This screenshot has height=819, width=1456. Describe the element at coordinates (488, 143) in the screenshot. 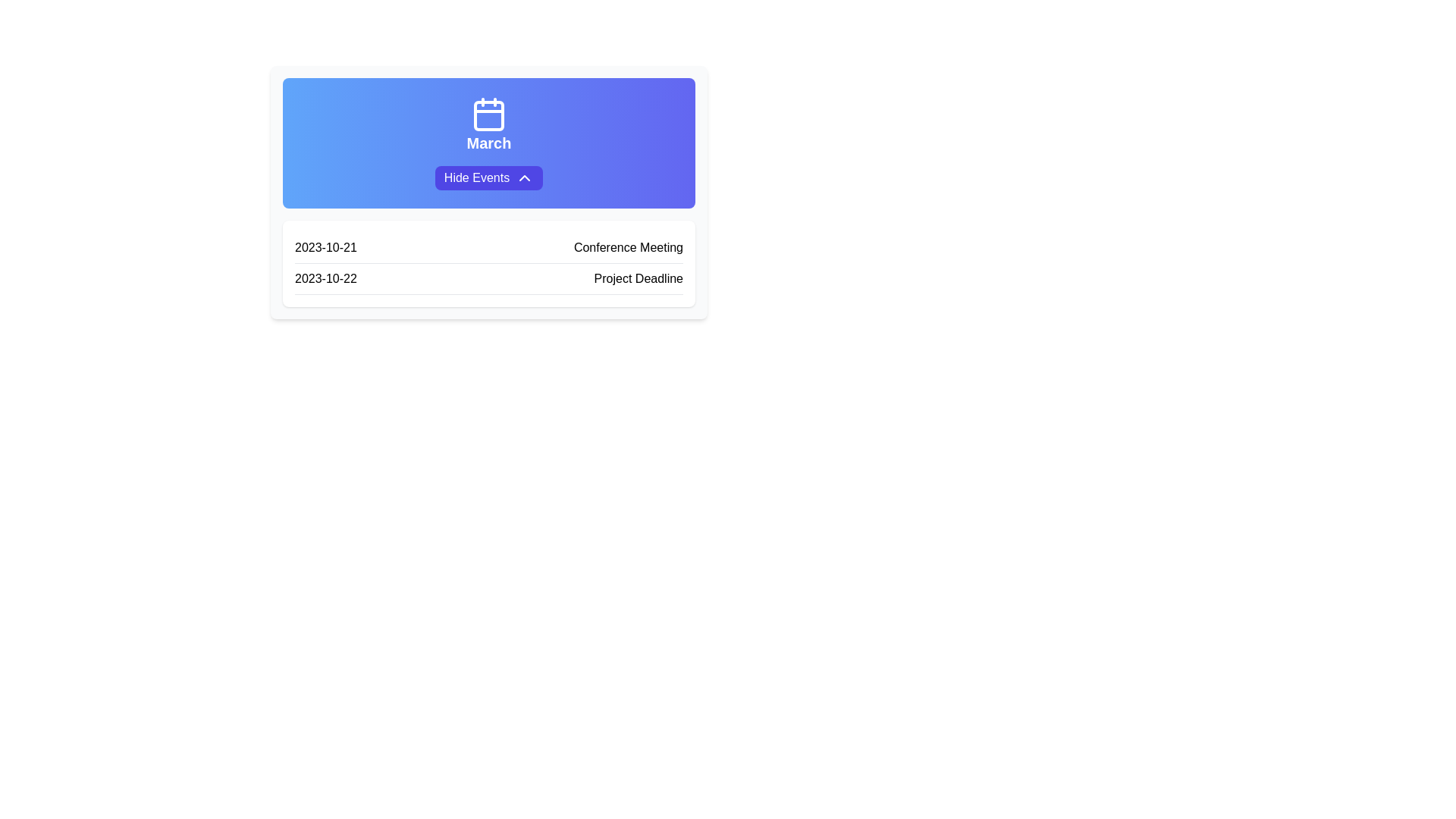

I see `the text label indicating the month 'March', which is located below a calendar icon and above the 'Hide Events' button within a blue gradient panel` at that location.